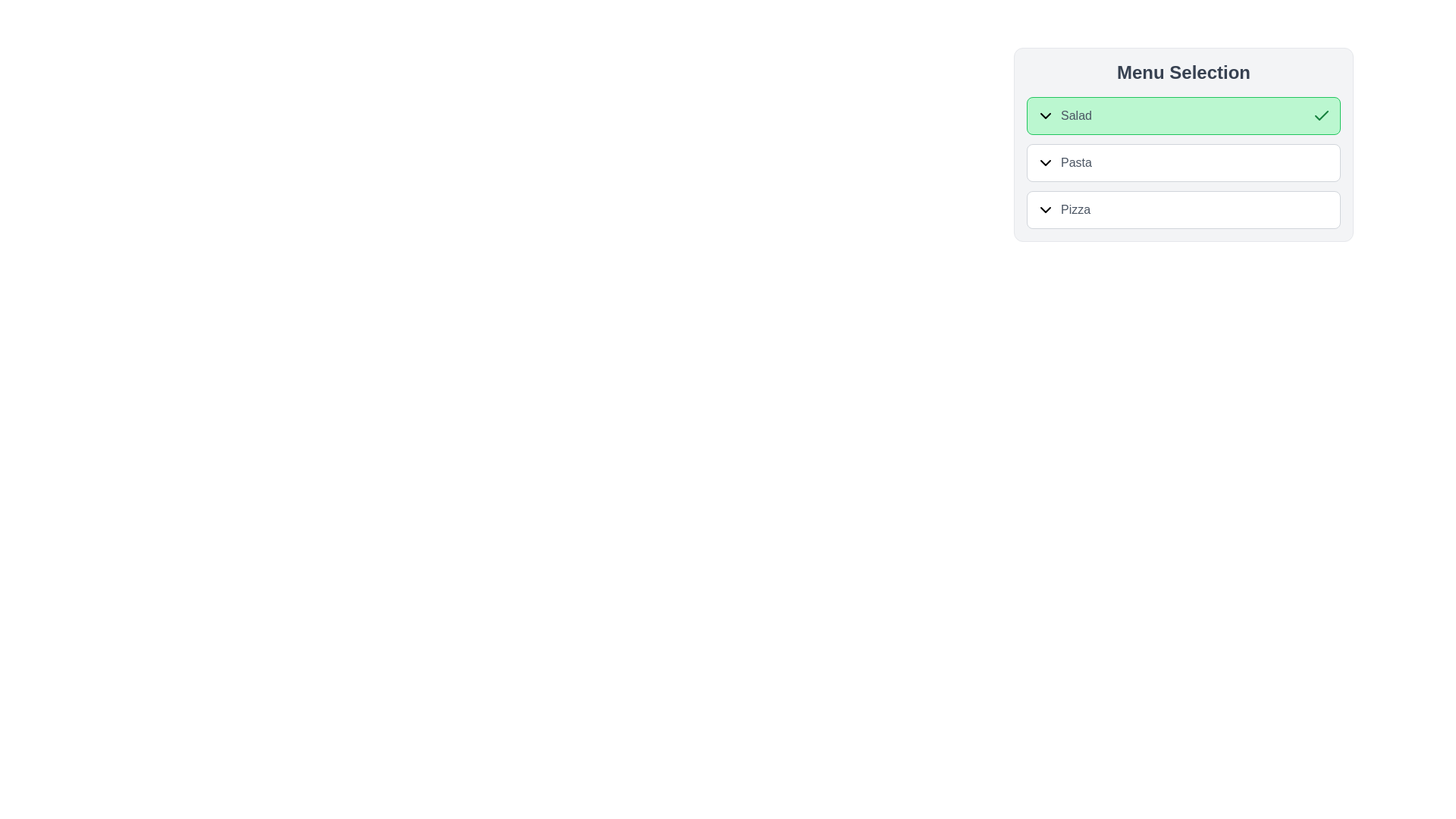  I want to click on the chevron icon for the 'Pasta' menu item, which is the second option in the dropdown menu under 'Menu Selection', so click(1063, 163).